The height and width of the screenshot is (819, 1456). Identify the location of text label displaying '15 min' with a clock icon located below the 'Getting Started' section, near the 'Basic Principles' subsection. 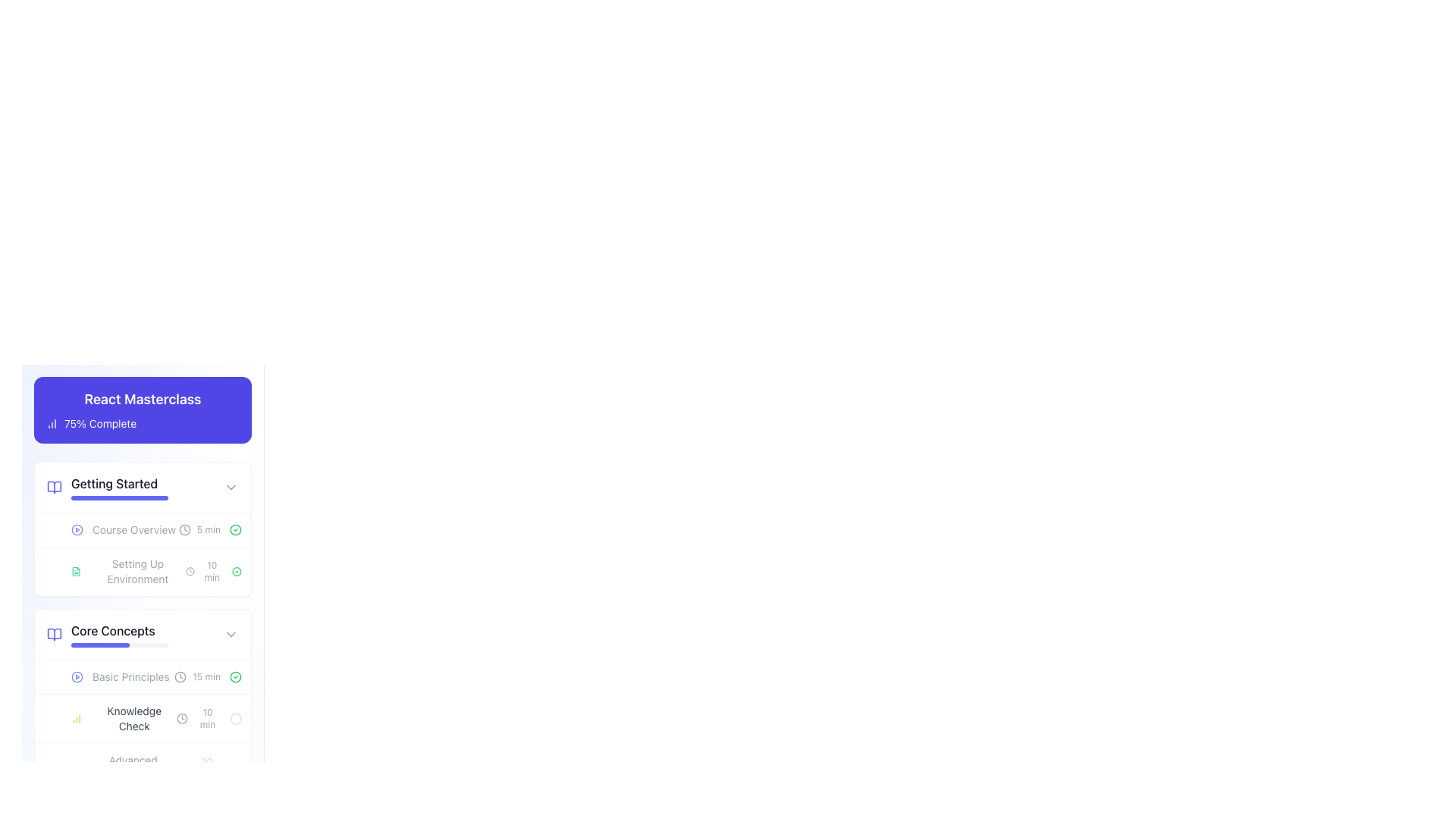
(196, 676).